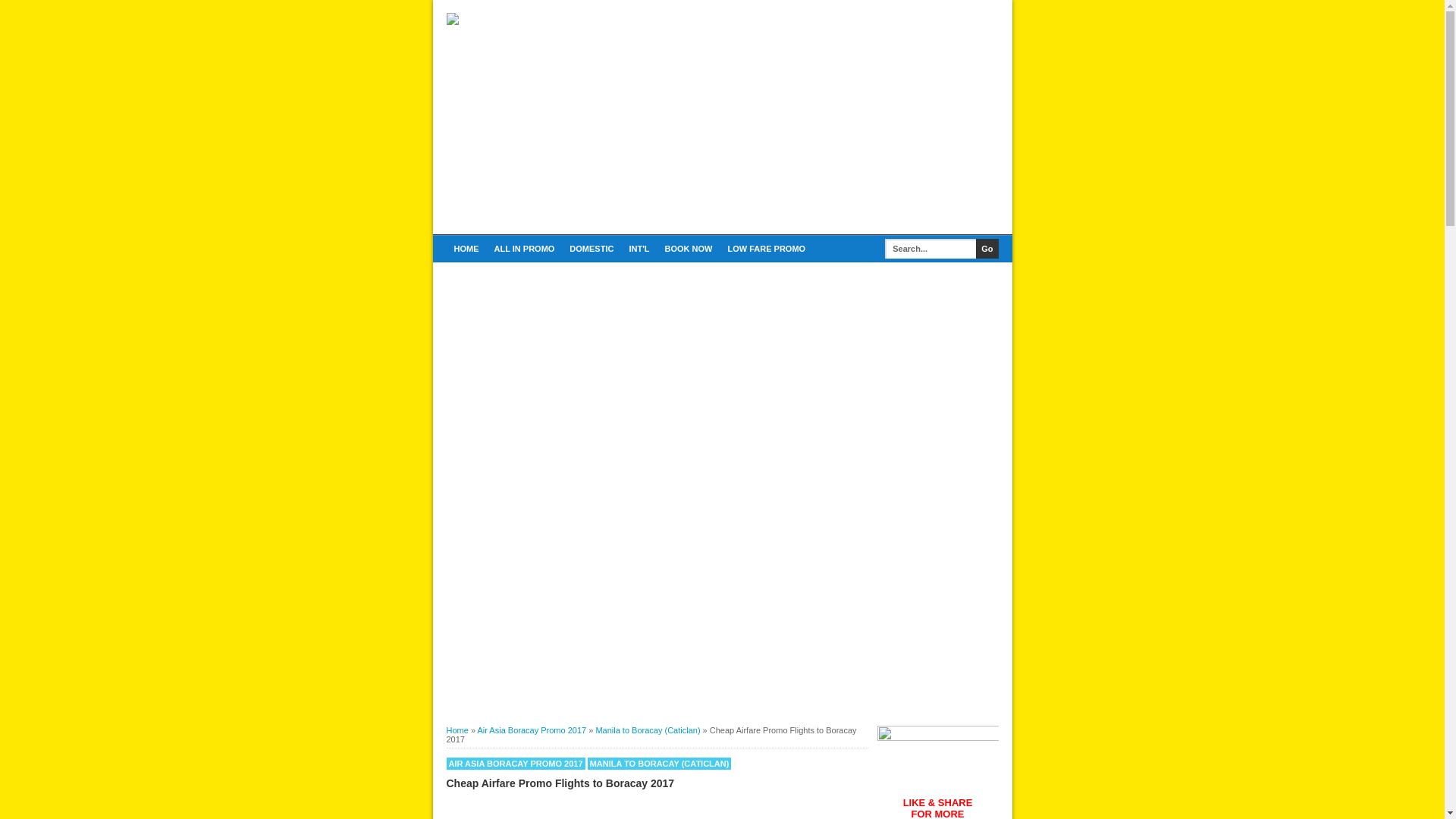 This screenshot has width=1456, height=819. I want to click on 'HOME', so click(445, 247).